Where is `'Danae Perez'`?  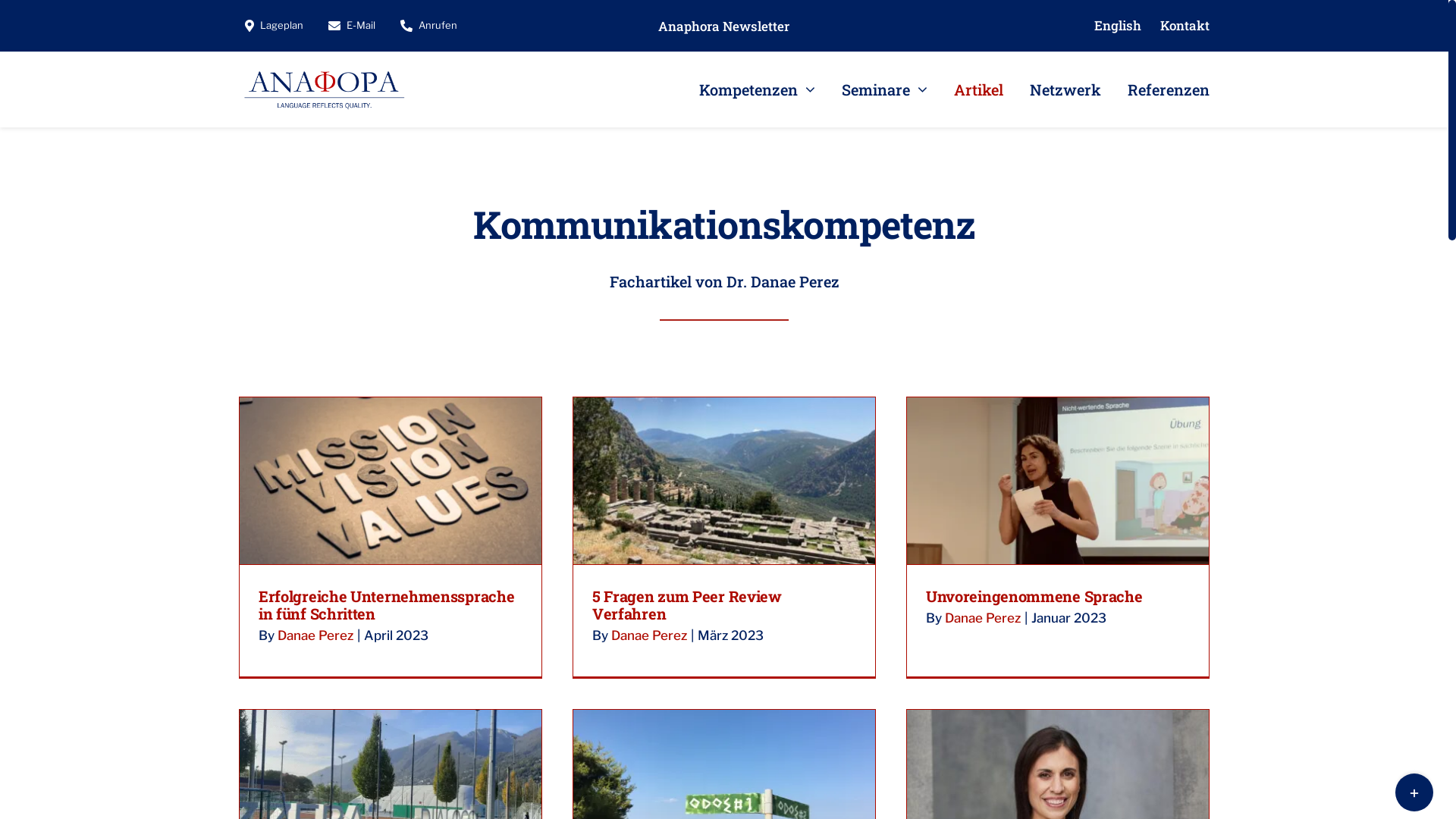
'Danae Perez' is located at coordinates (648, 635).